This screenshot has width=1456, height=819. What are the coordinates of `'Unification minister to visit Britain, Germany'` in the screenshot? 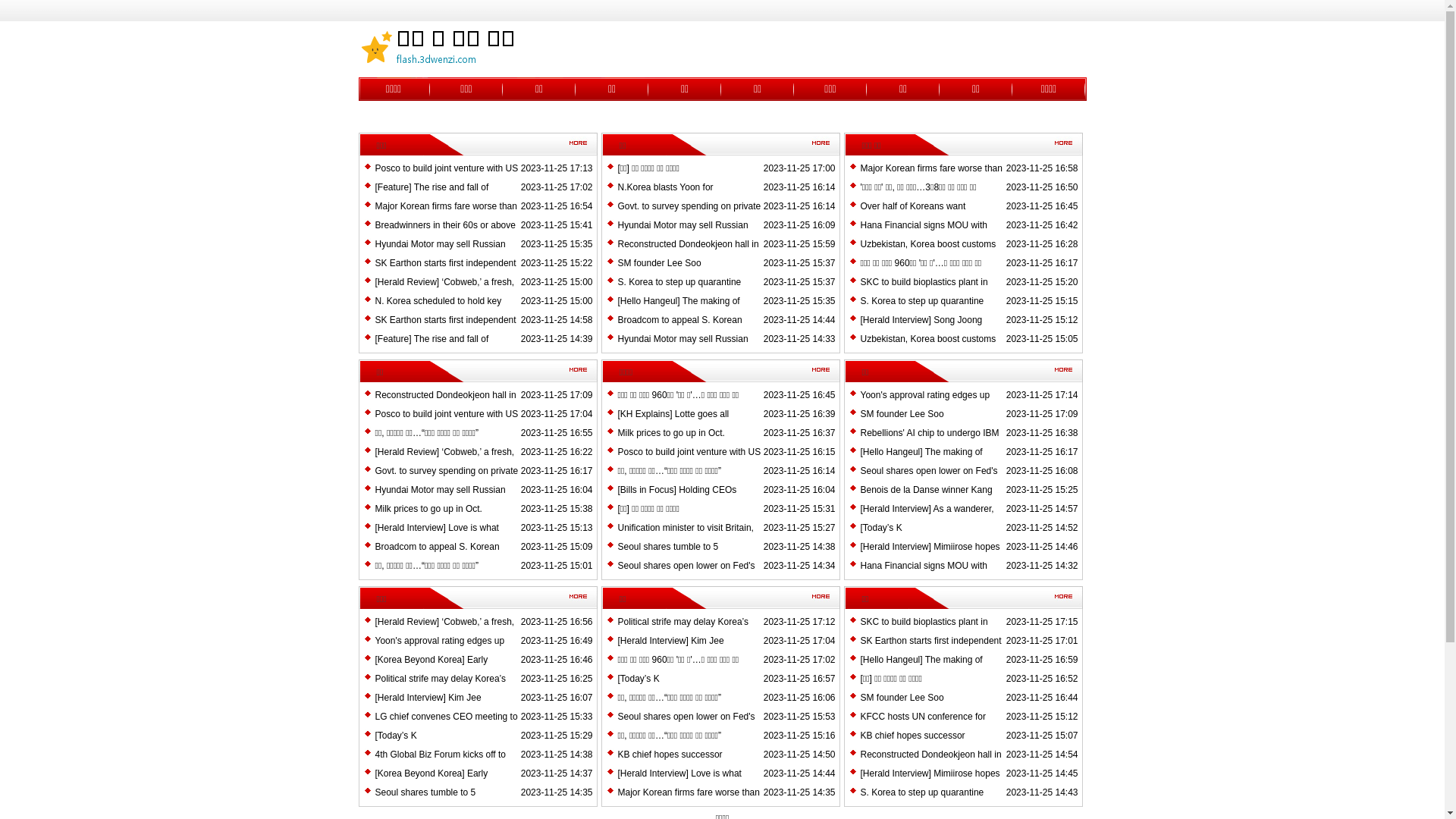 It's located at (684, 536).